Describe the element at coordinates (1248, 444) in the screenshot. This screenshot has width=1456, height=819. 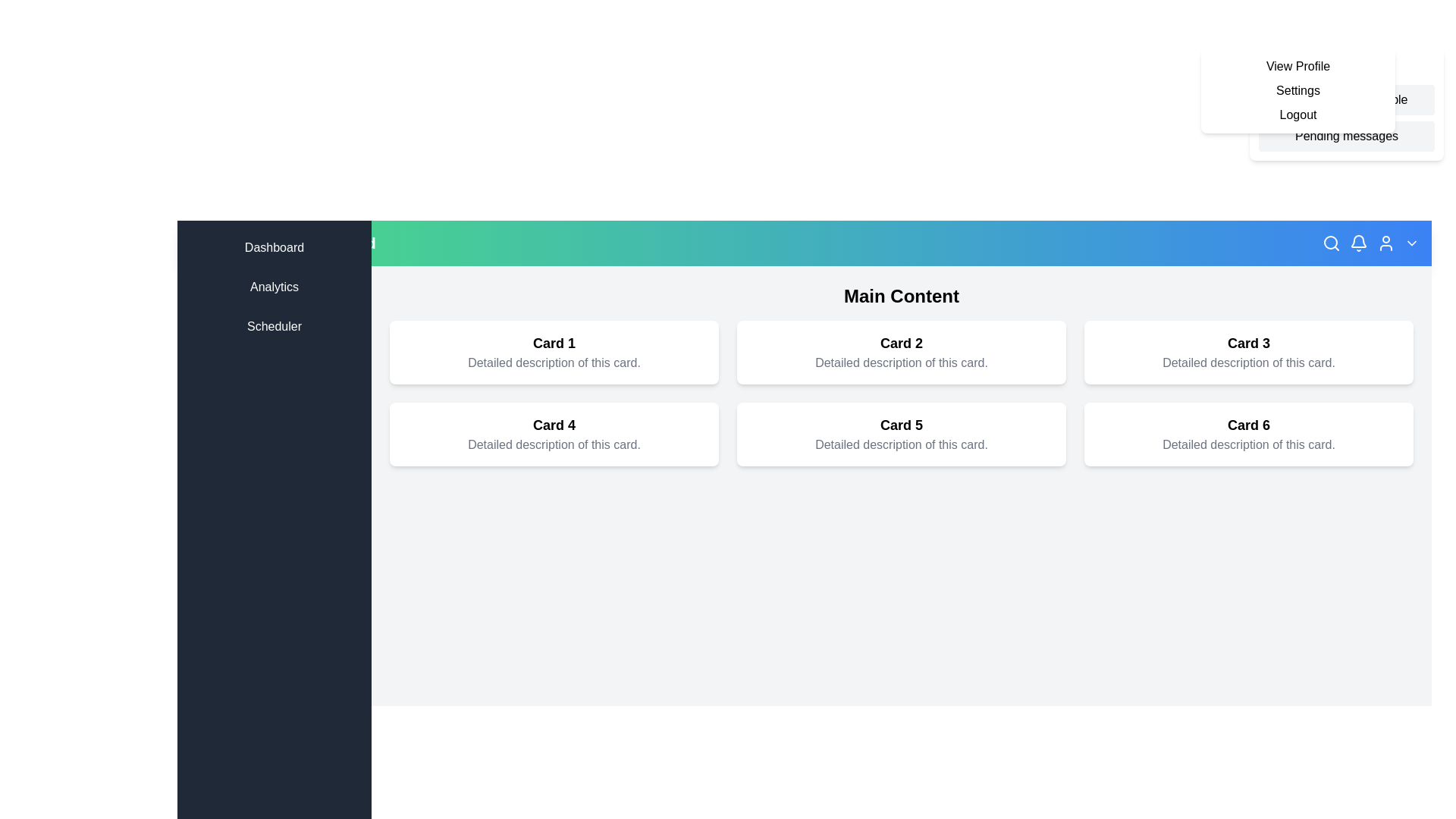
I see `the text label that contains the content 'Detailed description of this card.' located below the title 'Card 6' in the second row, third column of the grid layout` at that location.